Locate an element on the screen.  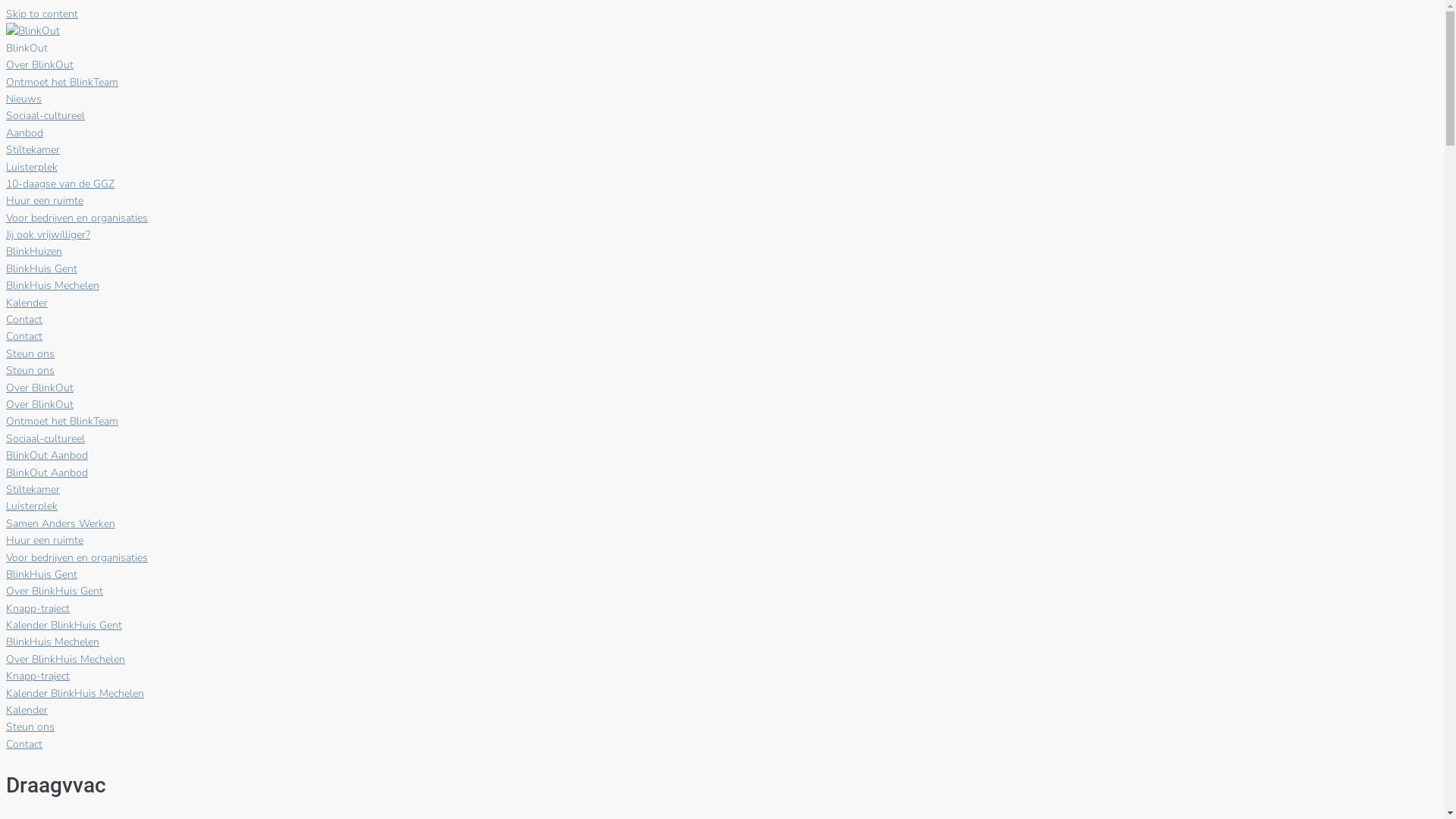
'Contact' is located at coordinates (24, 743).